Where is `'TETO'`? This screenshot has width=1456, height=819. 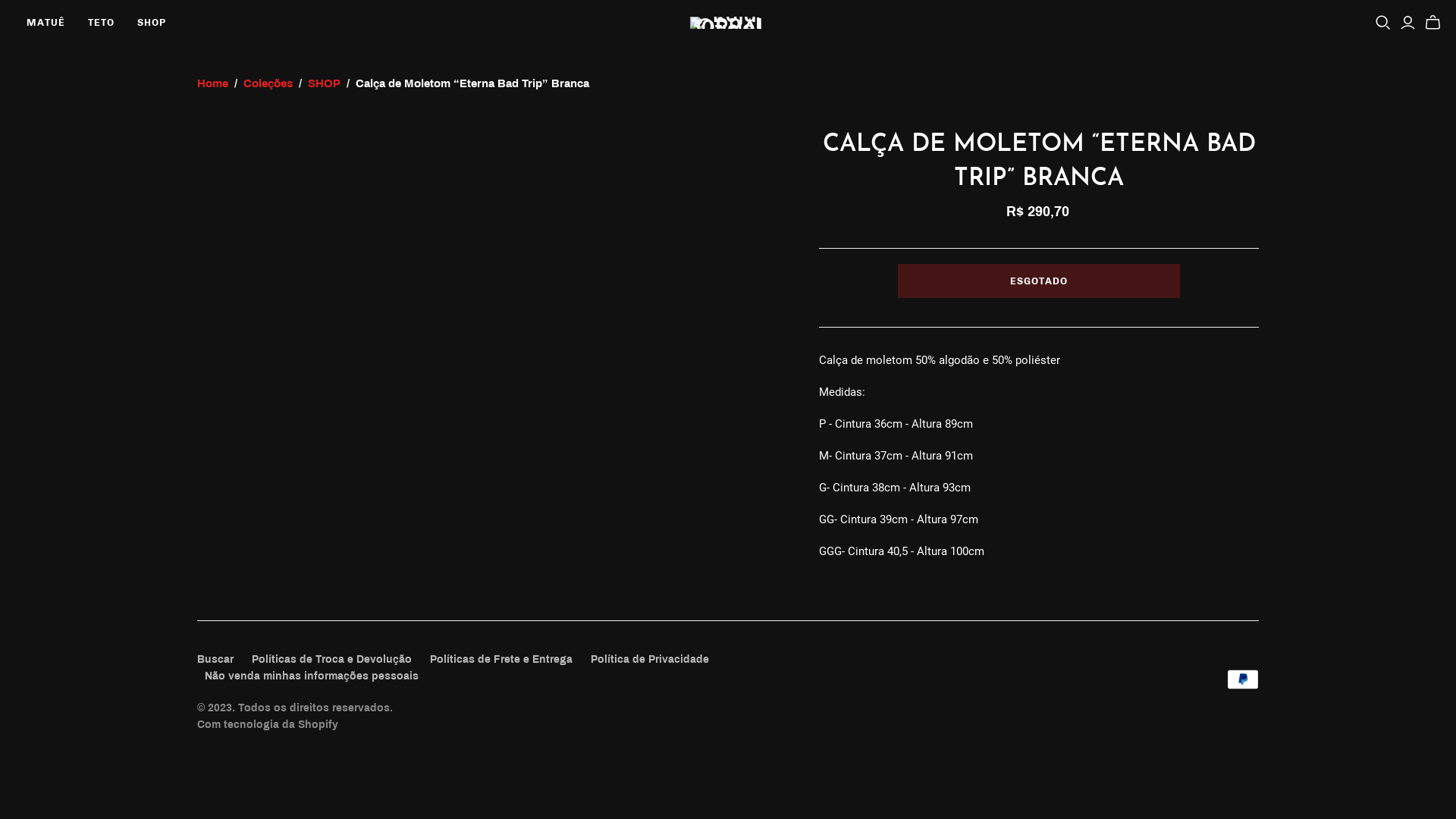
'TETO' is located at coordinates (100, 23).